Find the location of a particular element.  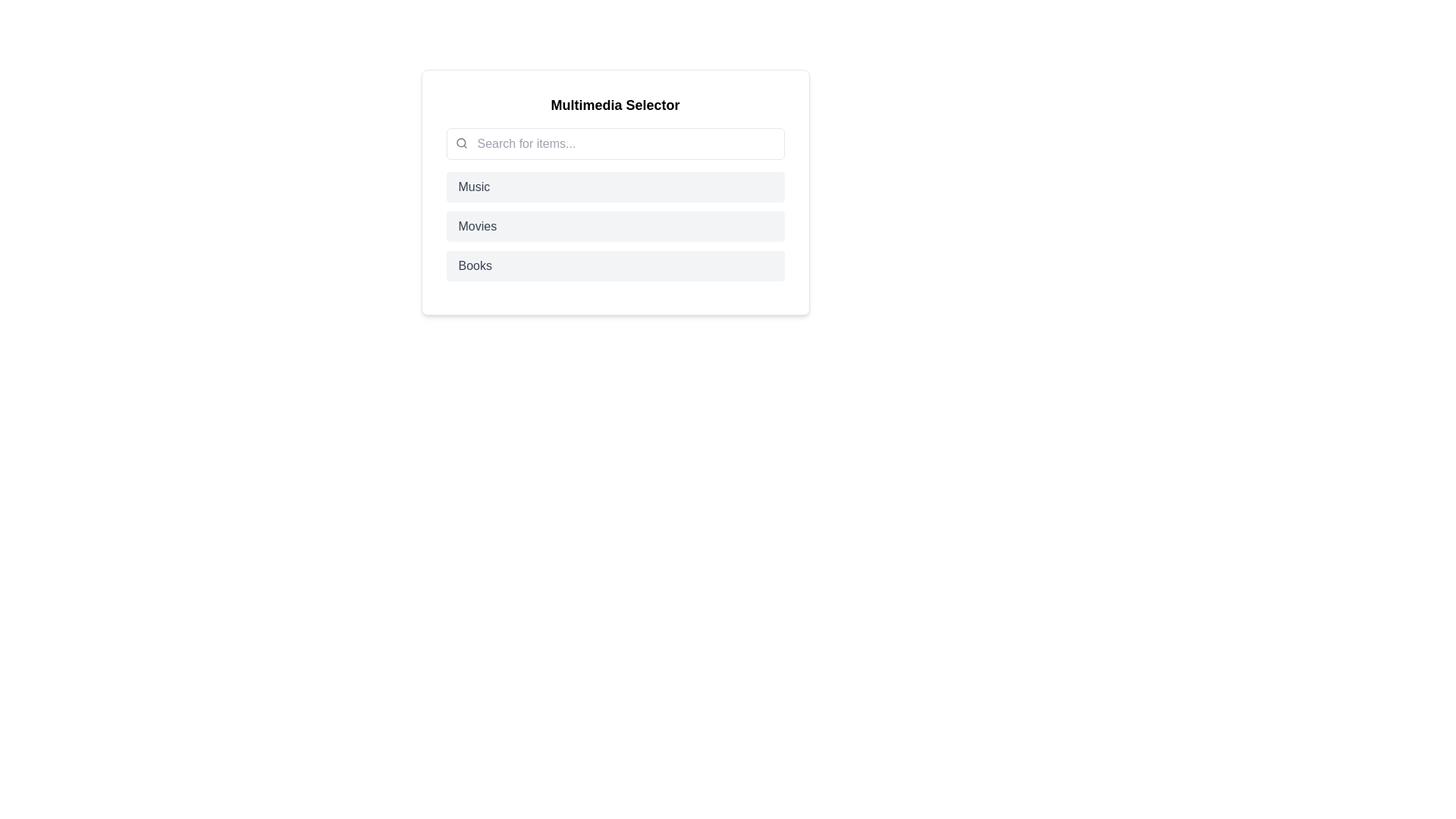

the 'Movies' selection button, which is the second option in a vertically stacked list of three options ('Music', 'Movies', 'Books') is located at coordinates (615, 227).